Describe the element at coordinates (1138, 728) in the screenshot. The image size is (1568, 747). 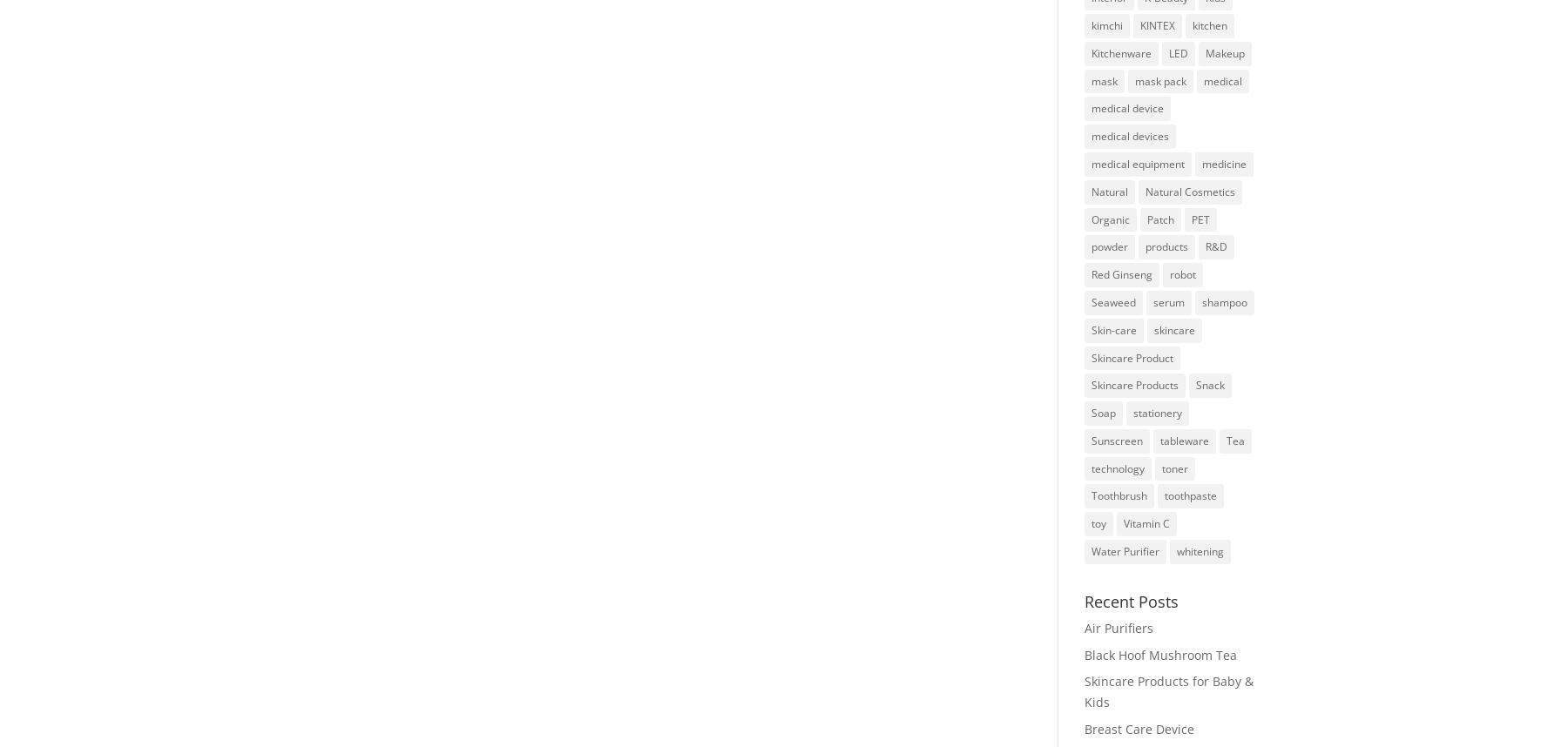
I see `'Breast Care Device'` at that location.